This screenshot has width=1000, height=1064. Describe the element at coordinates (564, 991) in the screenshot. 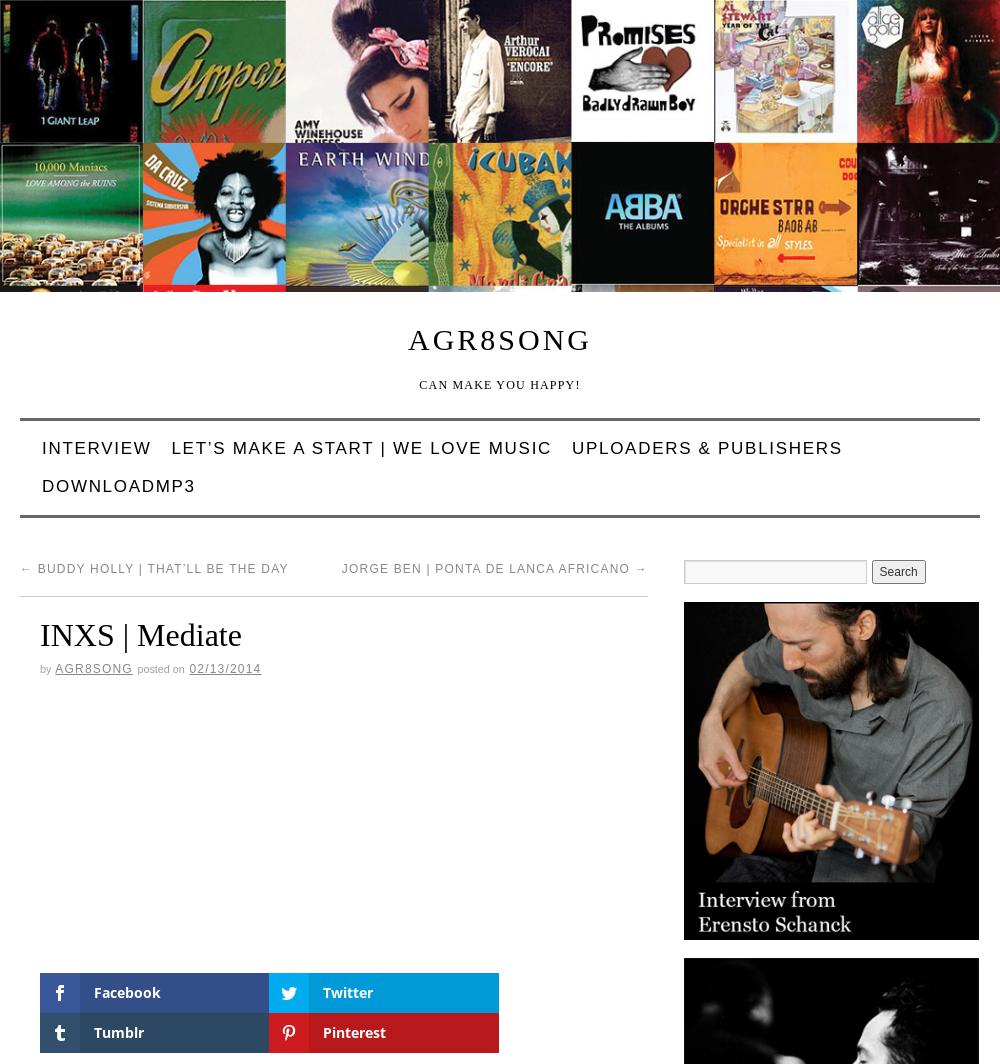

I see `'Pinterest'` at that location.